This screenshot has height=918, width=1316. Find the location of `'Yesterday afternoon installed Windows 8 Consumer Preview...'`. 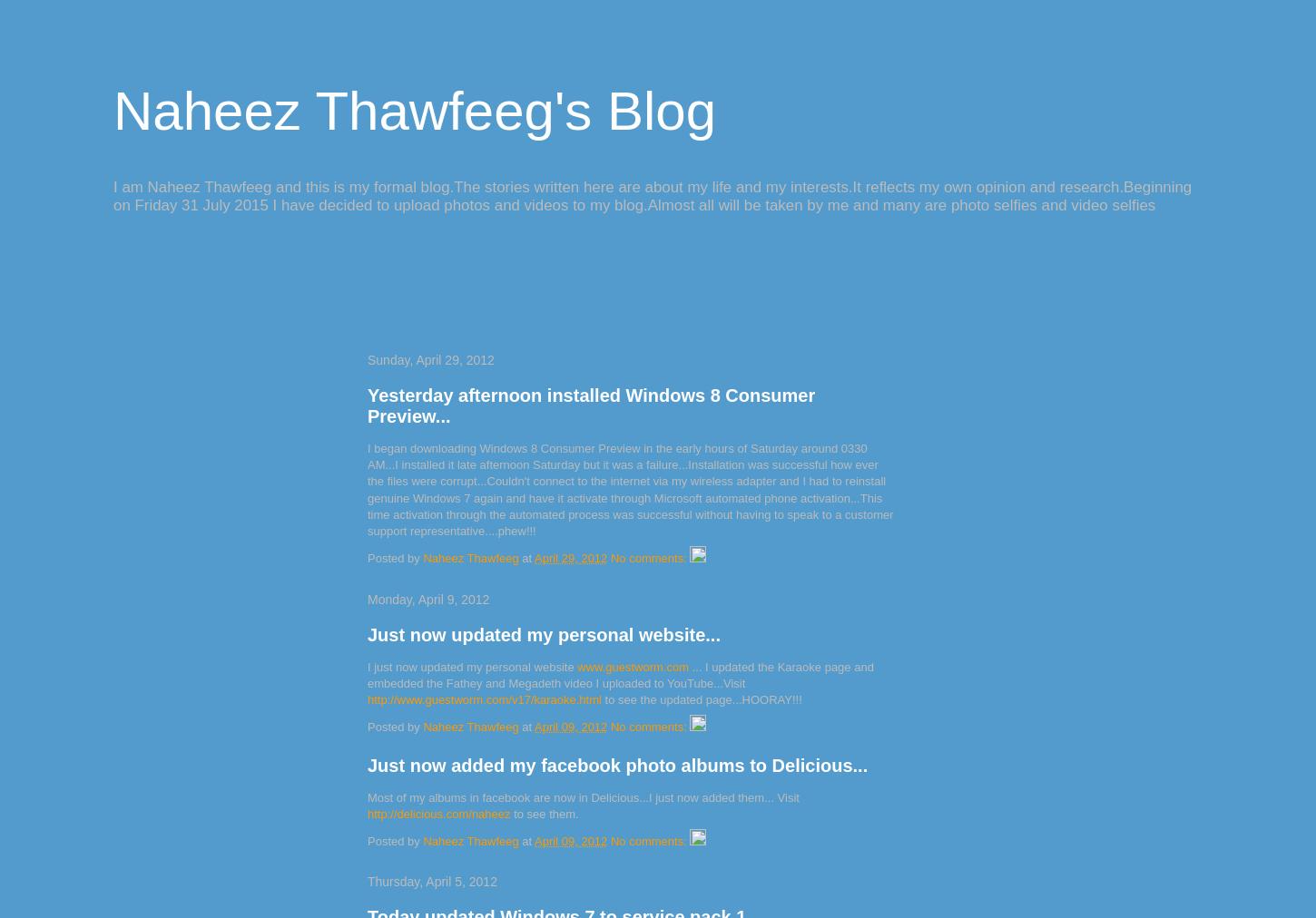

'Yesterday afternoon installed Windows 8 Consumer Preview...' is located at coordinates (590, 405).